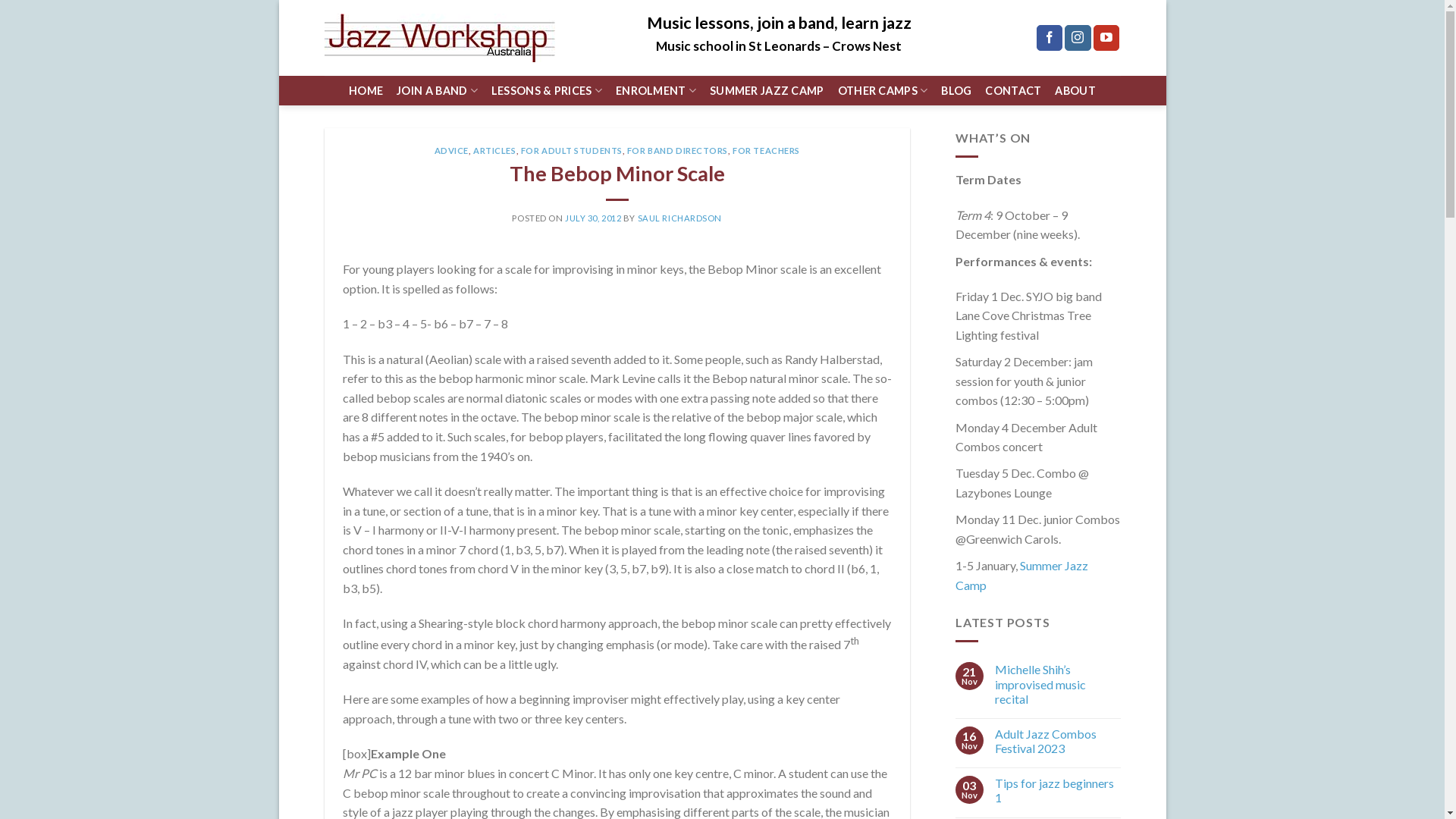  What do you see at coordinates (1021, 575) in the screenshot?
I see `'Summer Jazz Camp'` at bounding box center [1021, 575].